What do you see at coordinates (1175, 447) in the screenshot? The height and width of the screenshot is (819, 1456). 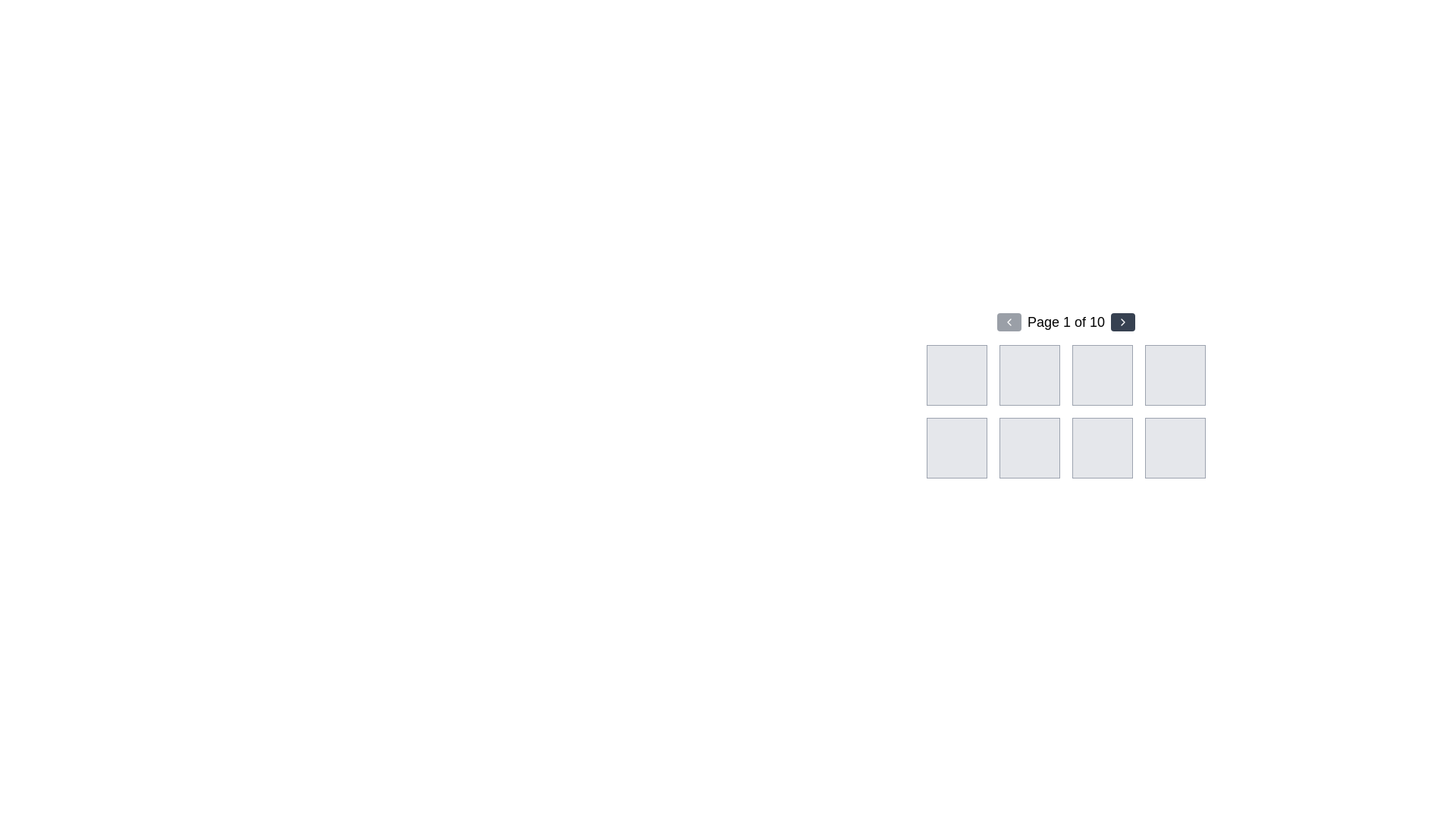 I see `the decorative or functional box located in the second row, fourth column of the 4x2 grid on the right side of the page layout` at bounding box center [1175, 447].